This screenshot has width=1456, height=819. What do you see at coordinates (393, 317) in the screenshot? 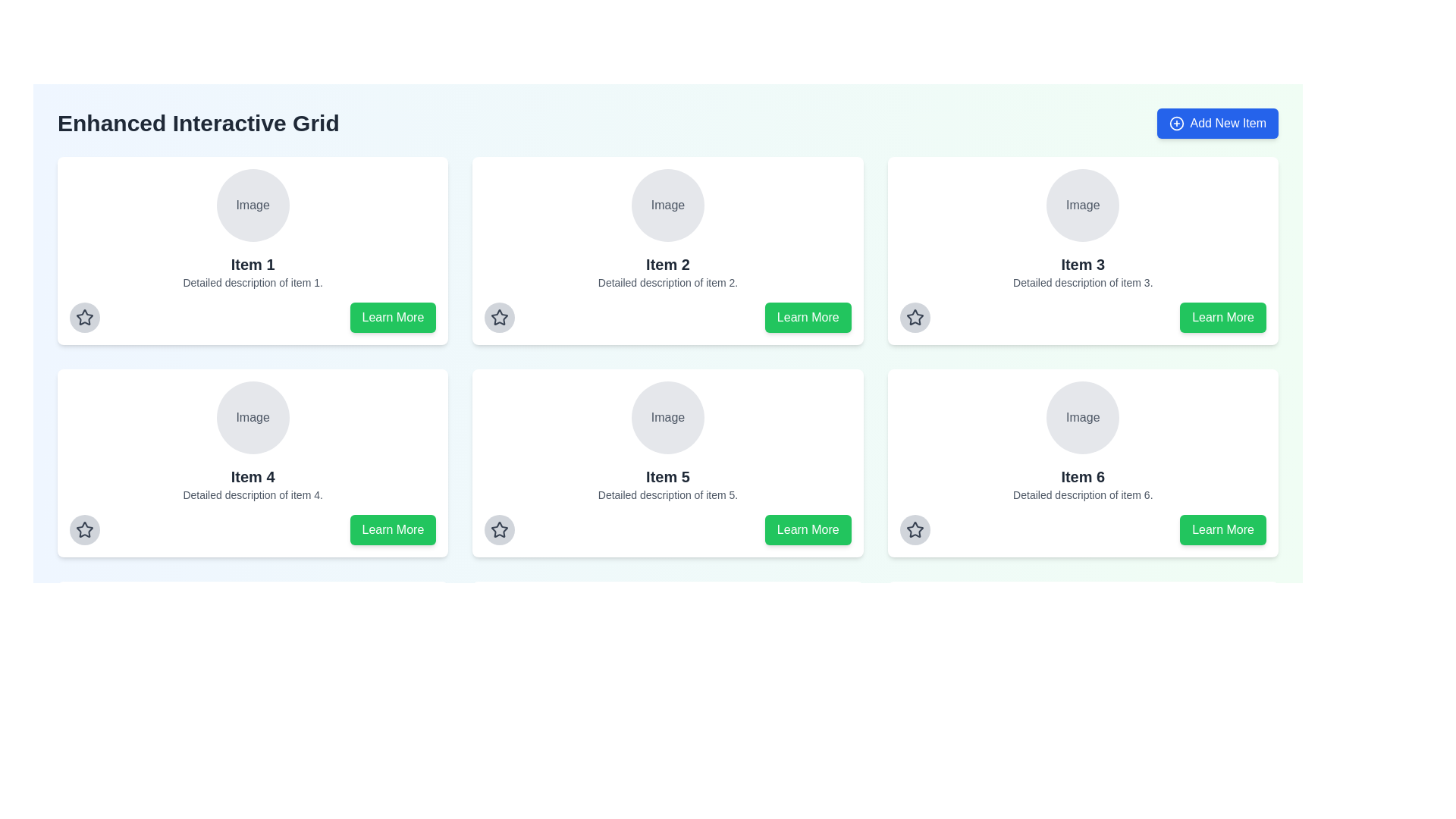
I see `the button located at the bottom-right of the card element` at bounding box center [393, 317].